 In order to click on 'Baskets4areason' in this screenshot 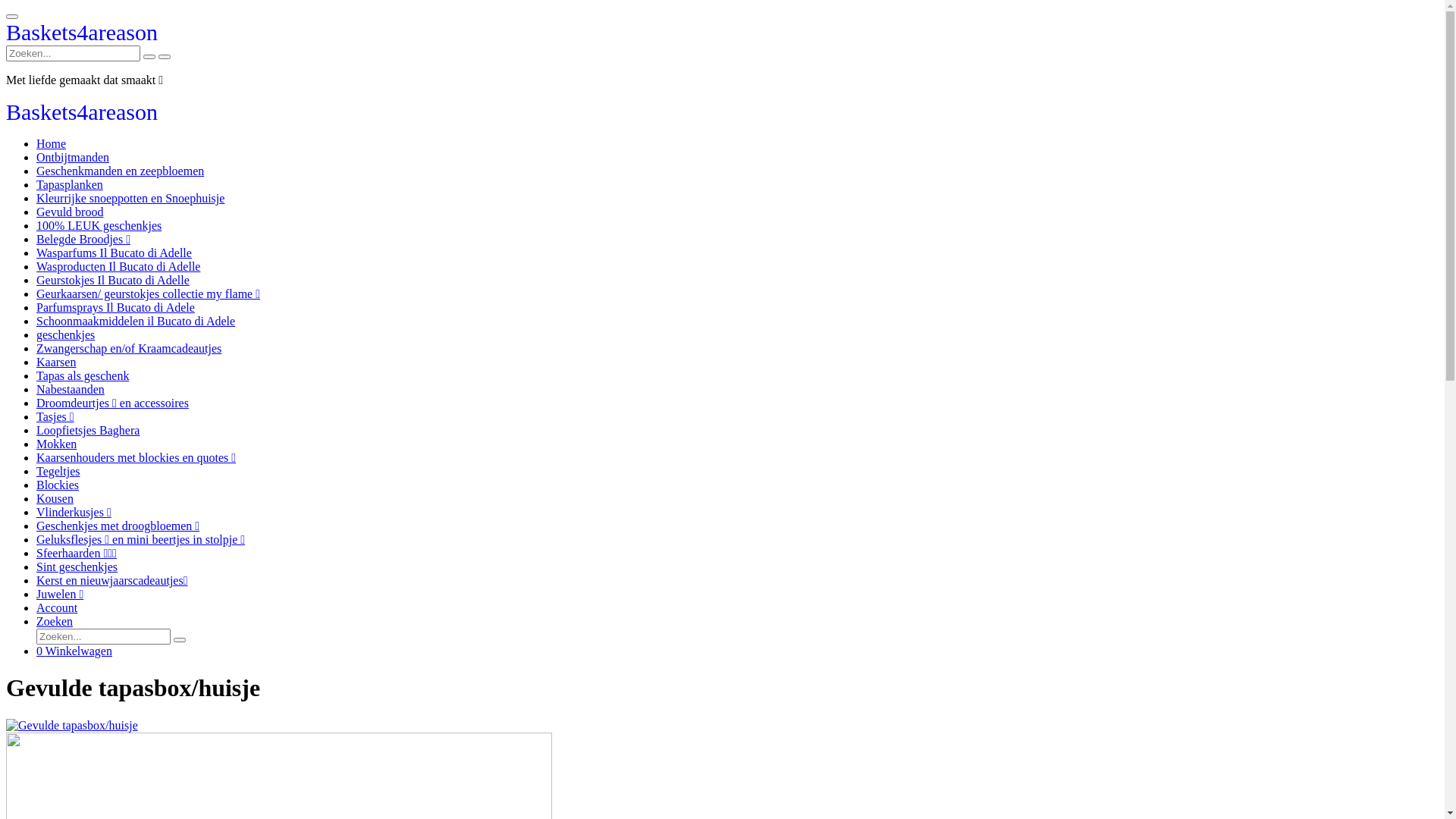, I will do `click(6, 35)`.